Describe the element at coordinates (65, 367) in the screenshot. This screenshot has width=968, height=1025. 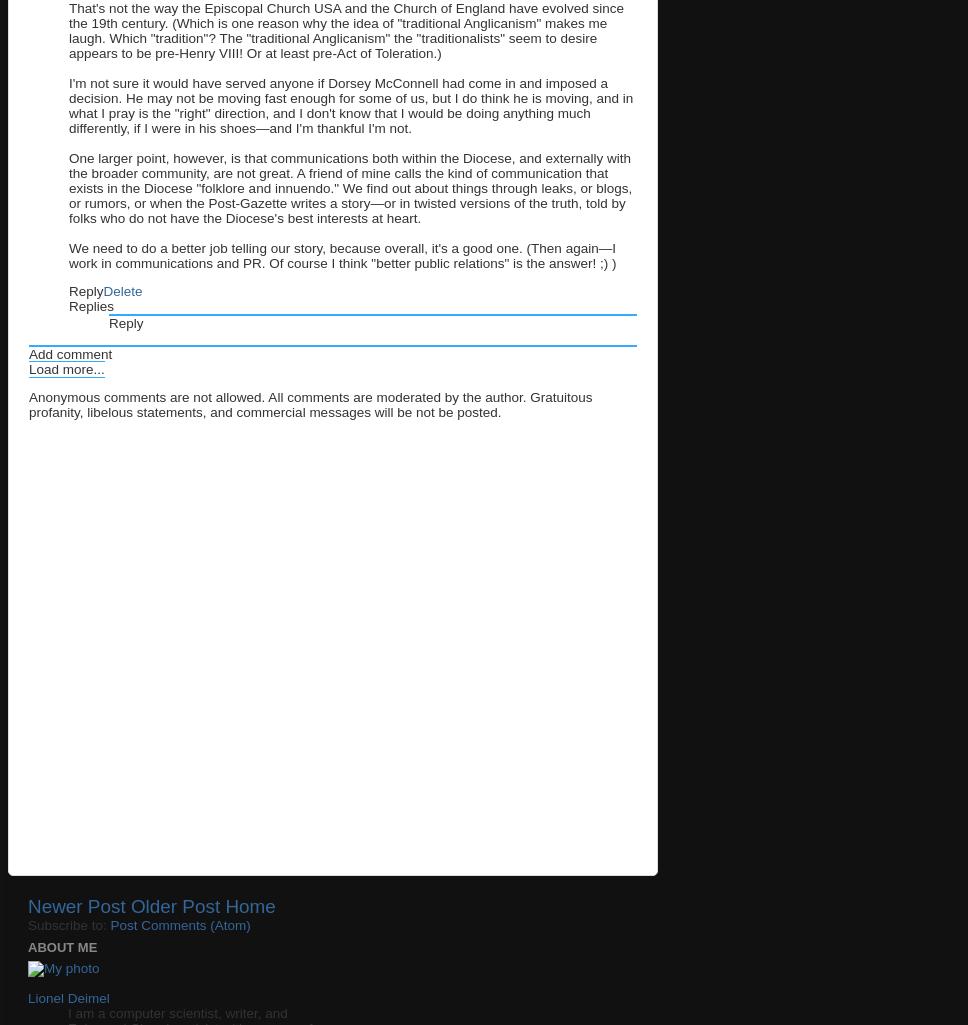
I see `'Load more...'` at that location.